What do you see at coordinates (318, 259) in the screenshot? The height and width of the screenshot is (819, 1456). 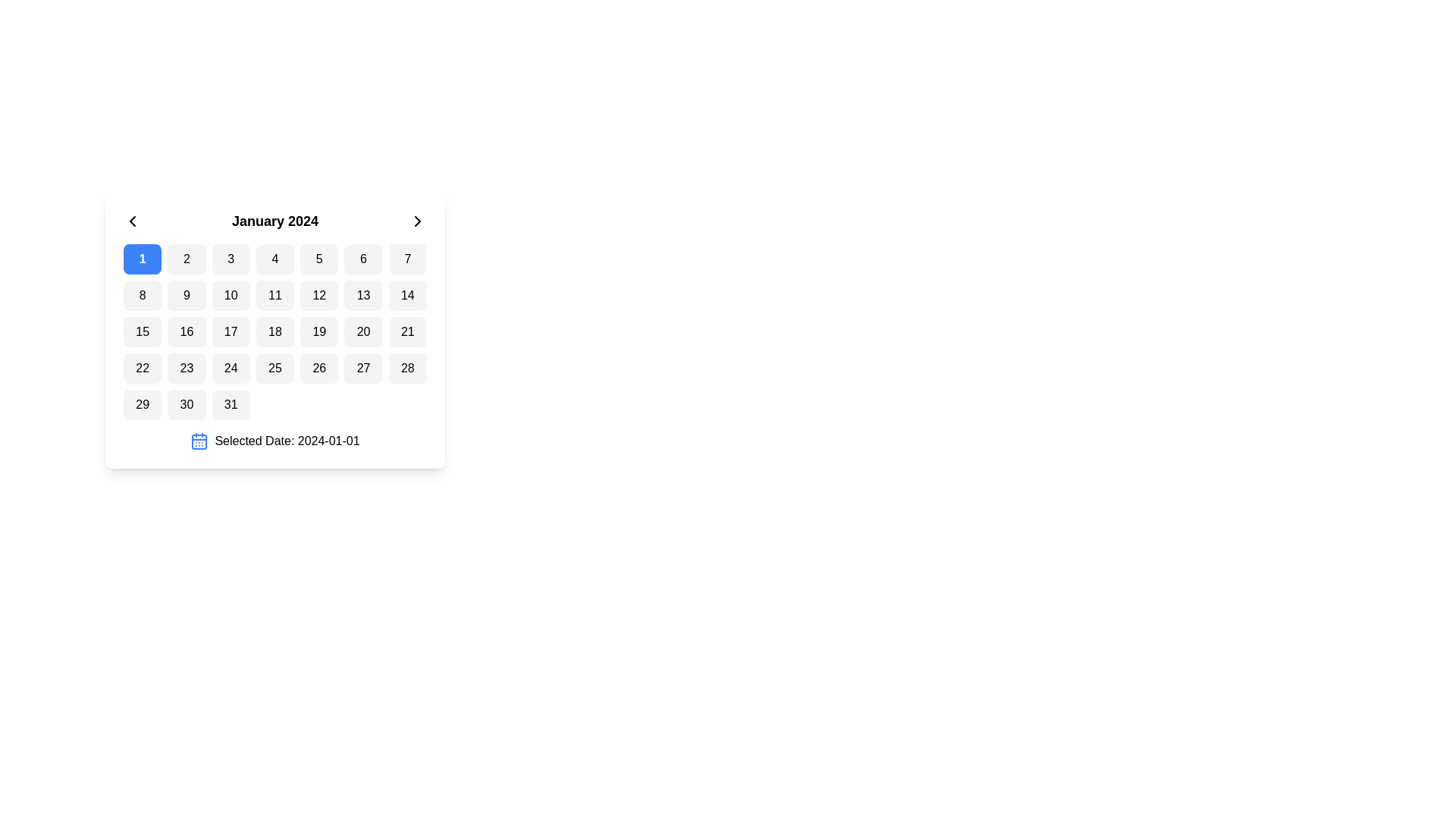 I see `the calendar date button representing the 5th day of the month` at bounding box center [318, 259].